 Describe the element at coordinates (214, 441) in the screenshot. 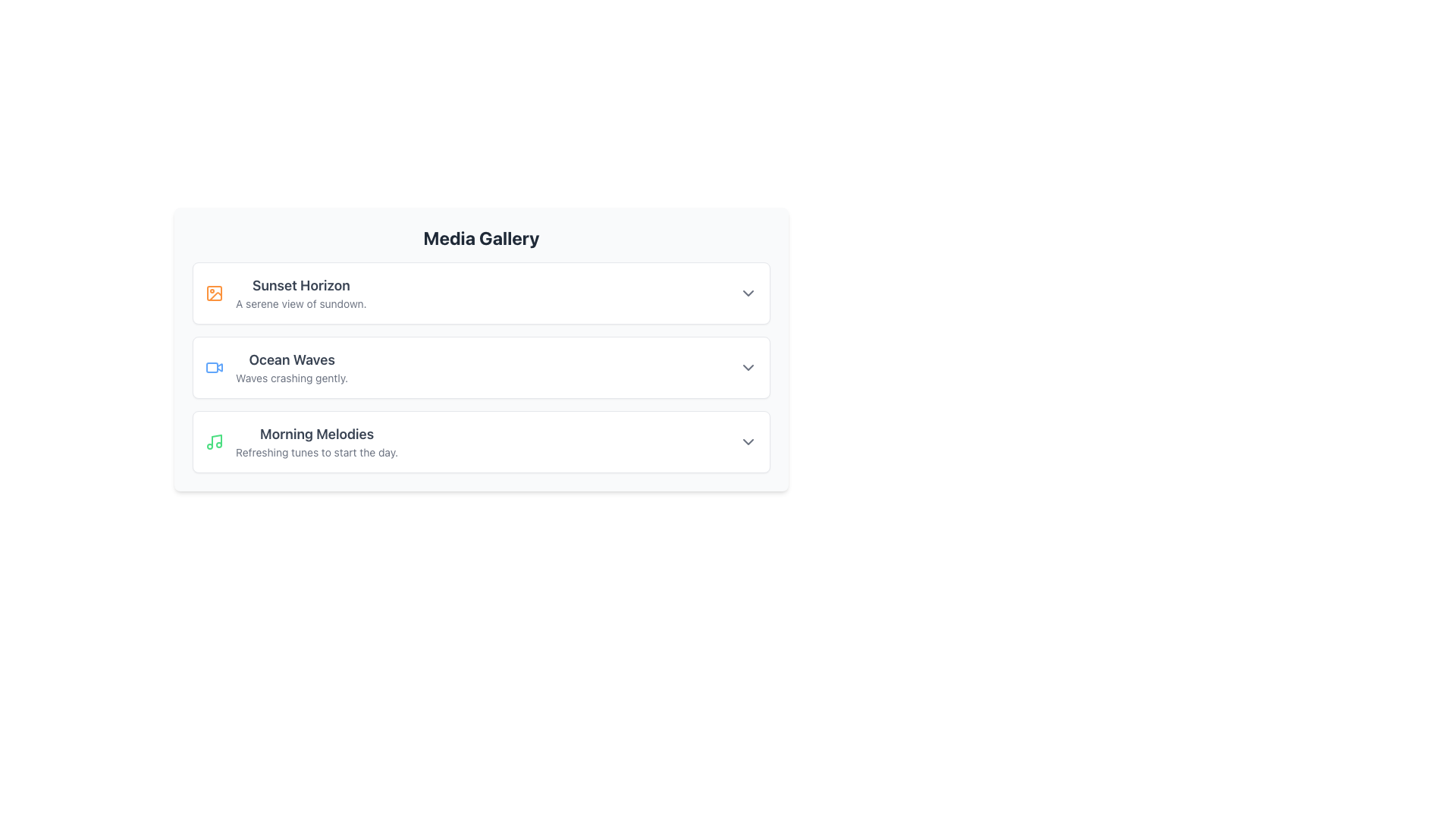

I see `the 'Morning Melodies' audio category icon located to the left of the title text and description` at that location.